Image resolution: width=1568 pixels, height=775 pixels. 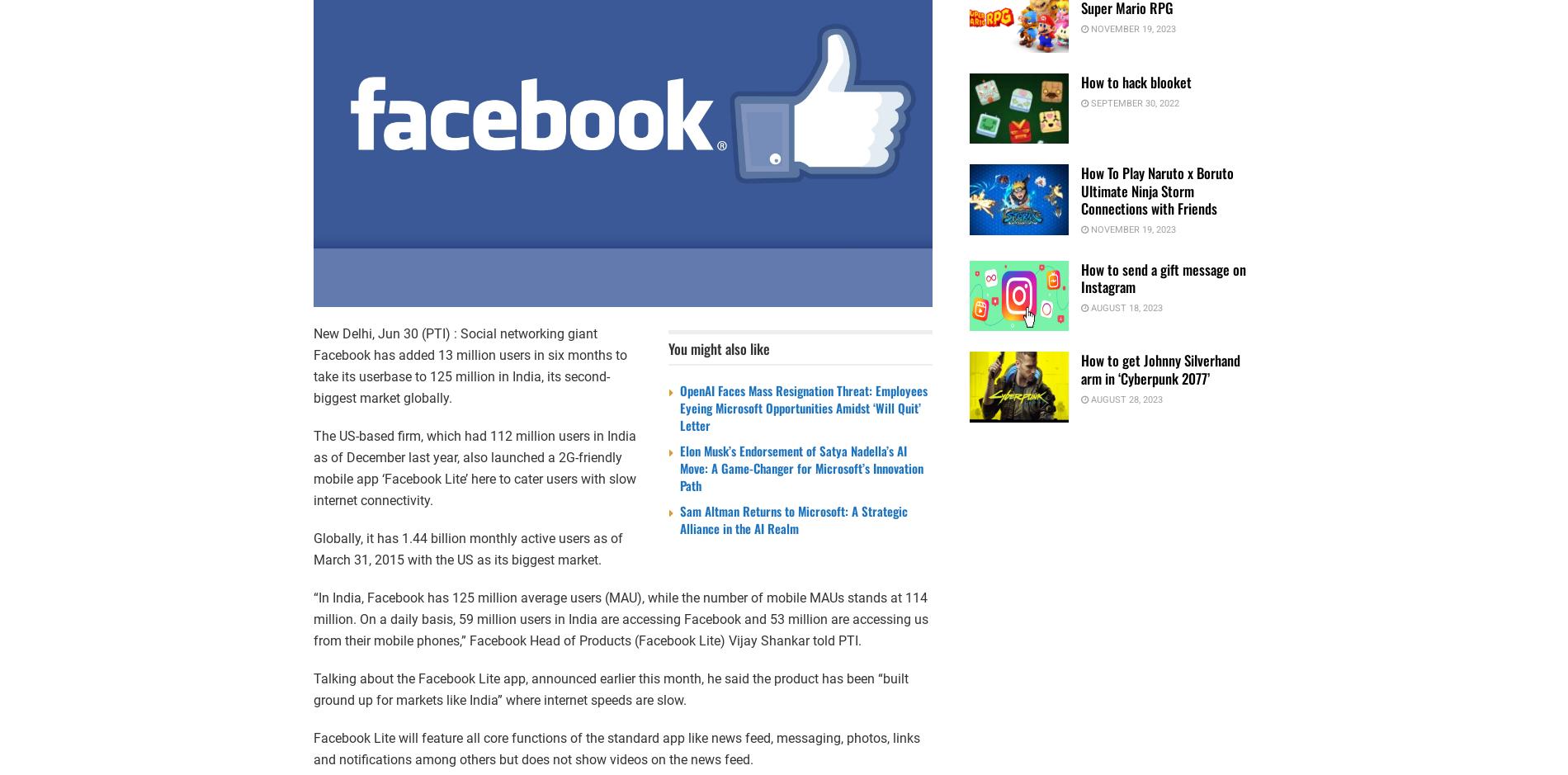 I want to click on 'How to get Johnny Silverhand arm in ‘Cyberpunk 2077’', so click(x=1159, y=368).